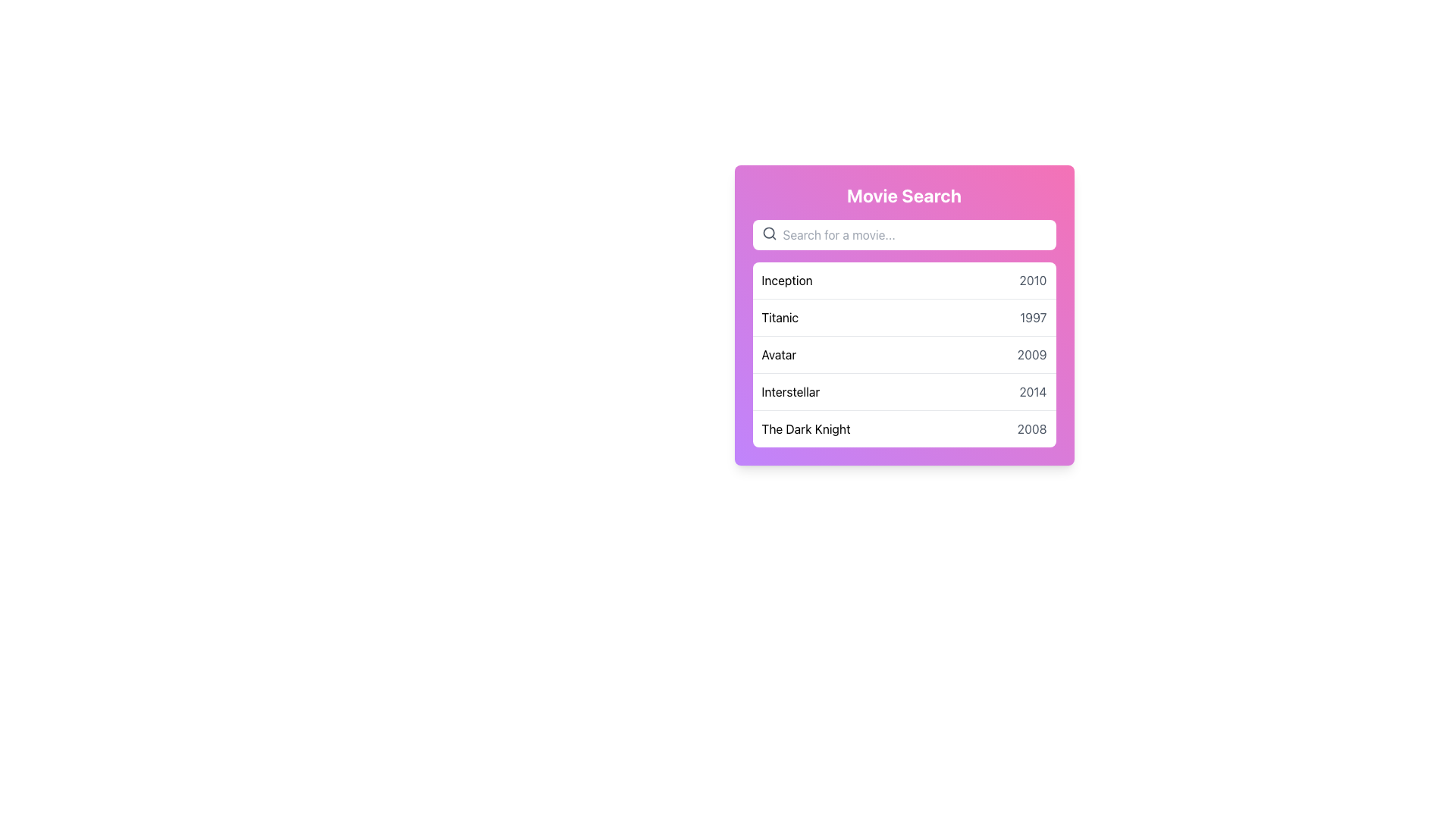  What do you see at coordinates (1032, 317) in the screenshot?
I see `the text label indicating the release year of the movie 'Titanic', which is the second year in a right-aligned column of release years` at bounding box center [1032, 317].